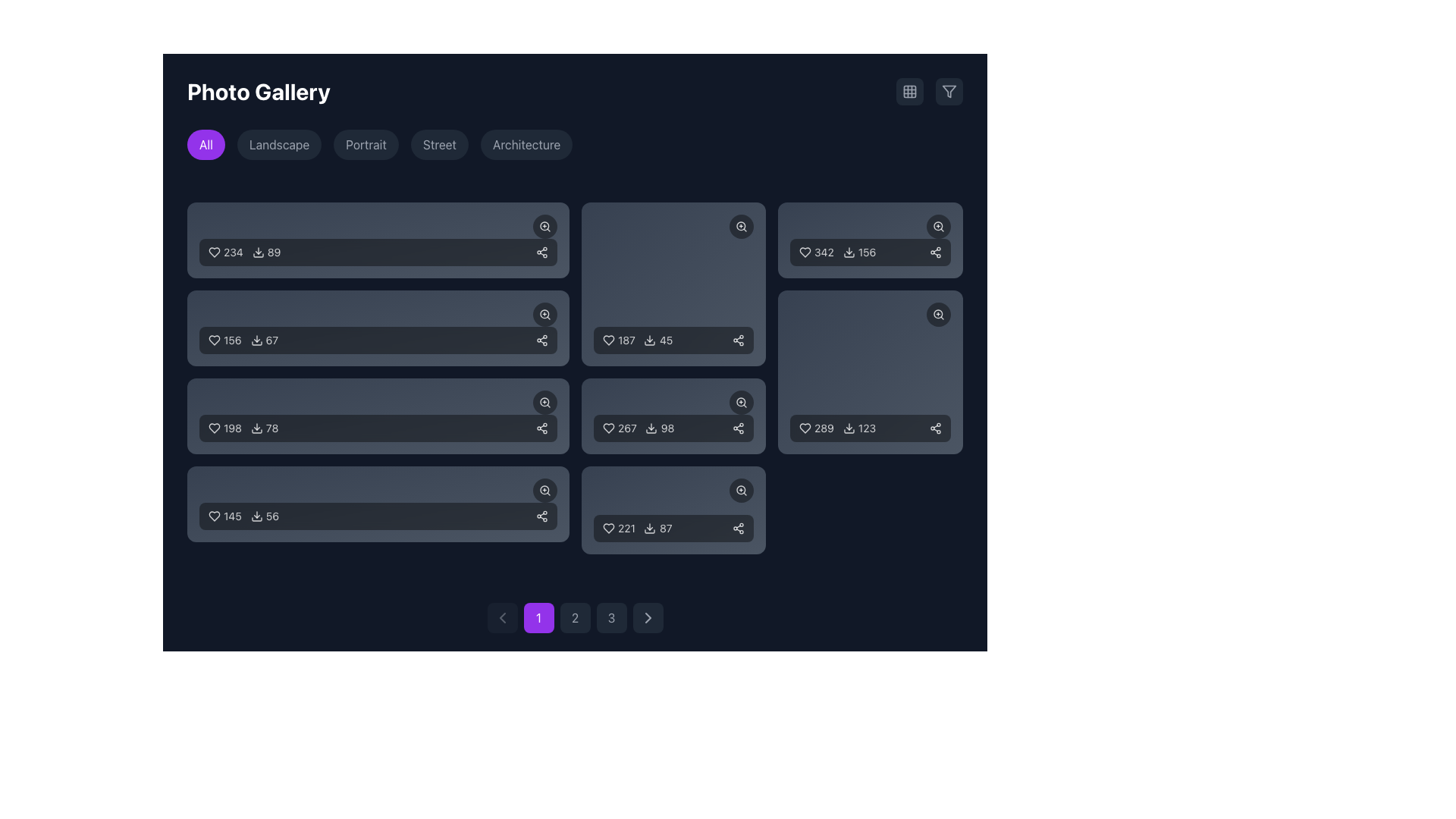 This screenshot has width=1456, height=819. What do you see at coordinates (938, 314) in the screenshot?
I see `the zoom-in button located in the top-right corner of the blank placeholder card in the last column of the third row of the grid layout` at bounding box center [938, 314].